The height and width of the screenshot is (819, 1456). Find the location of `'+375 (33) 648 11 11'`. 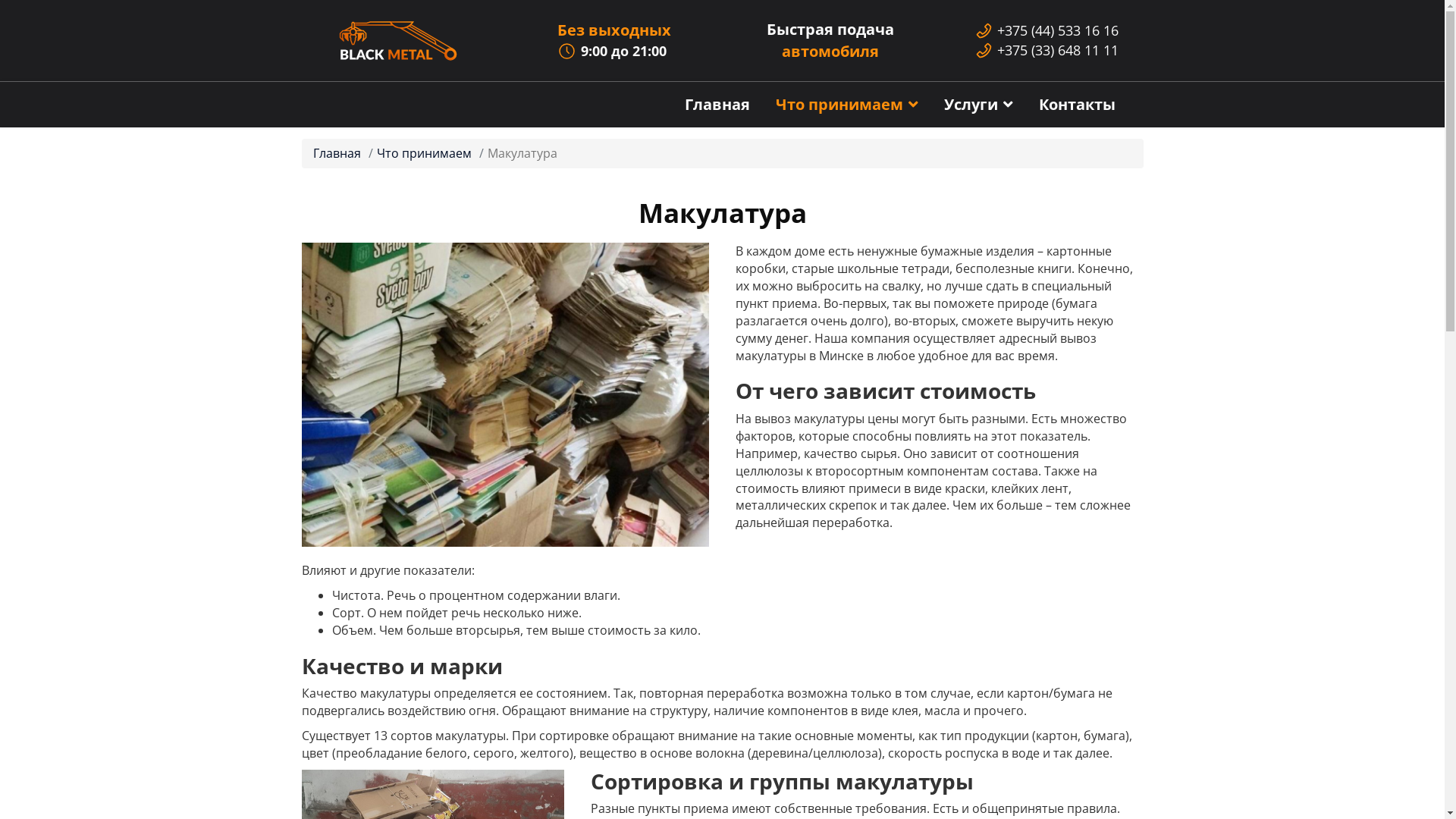

'+375 (33) 648 11 11' is located at coordinates (1057, 49).